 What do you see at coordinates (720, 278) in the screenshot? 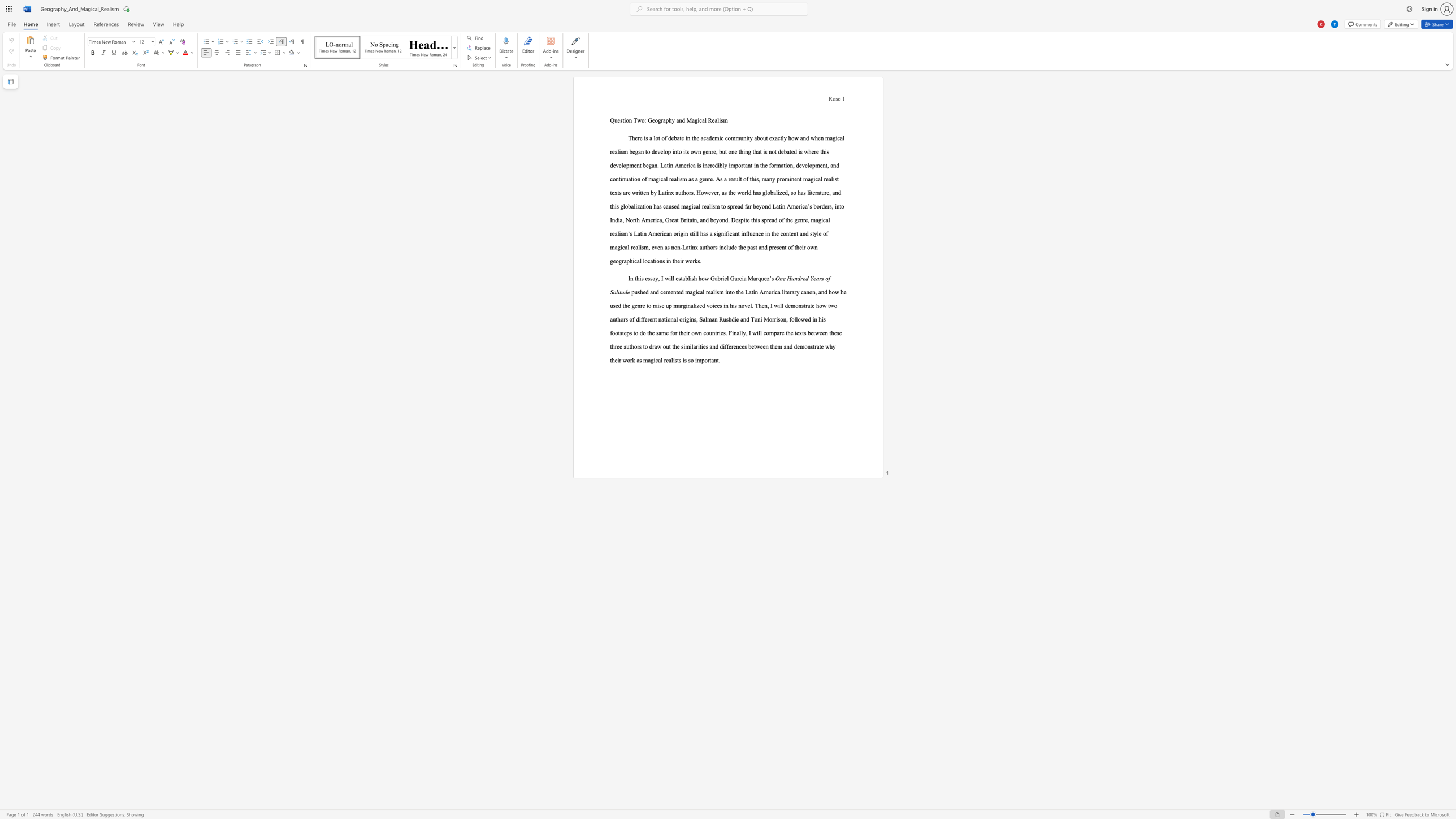
I see `the subset text "riel Garcia M" within the text "how Gabriel Garcia Marquez’s"` at bounding box center [720, 278].